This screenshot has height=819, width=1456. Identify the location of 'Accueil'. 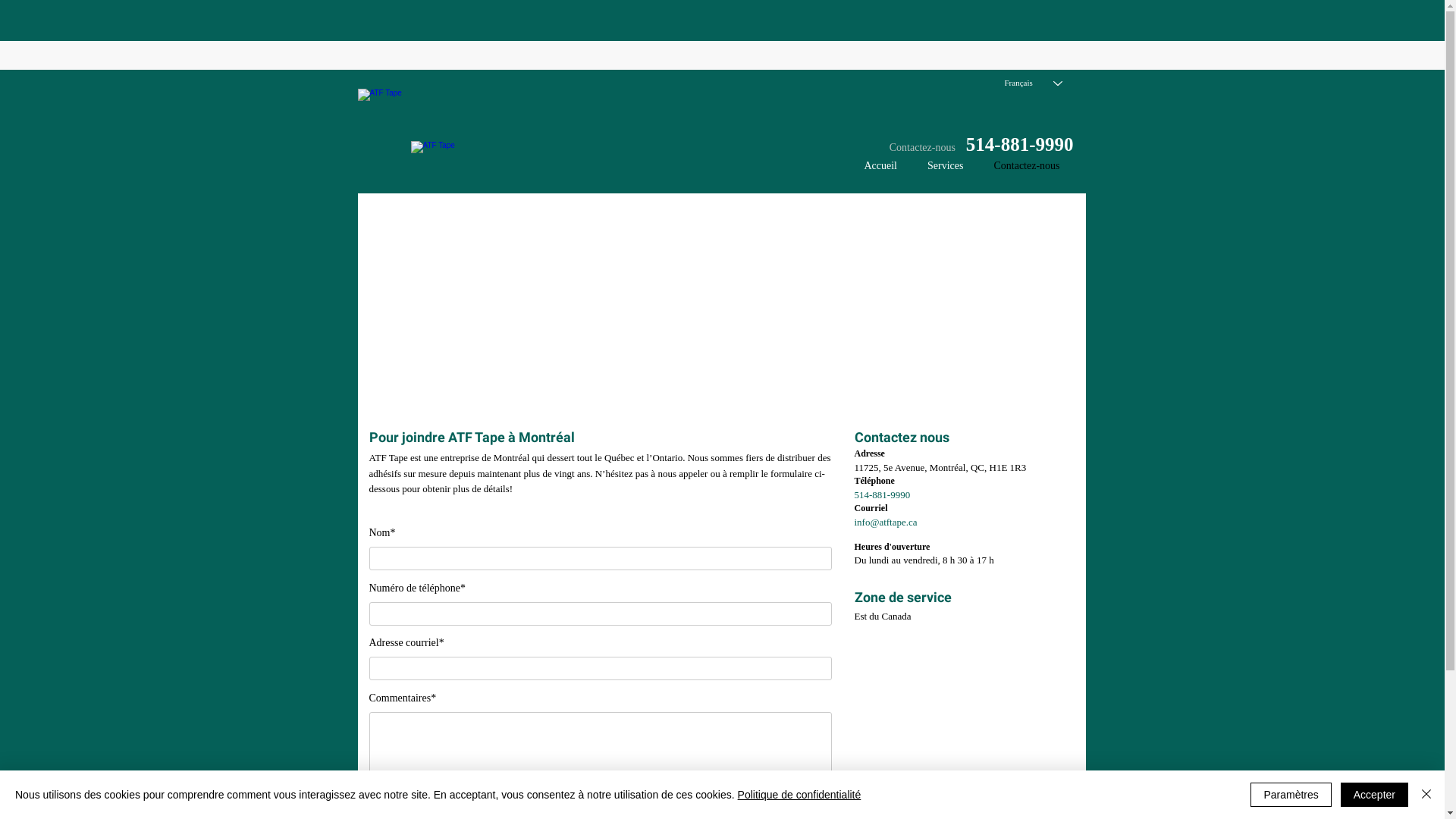
(880, 166).